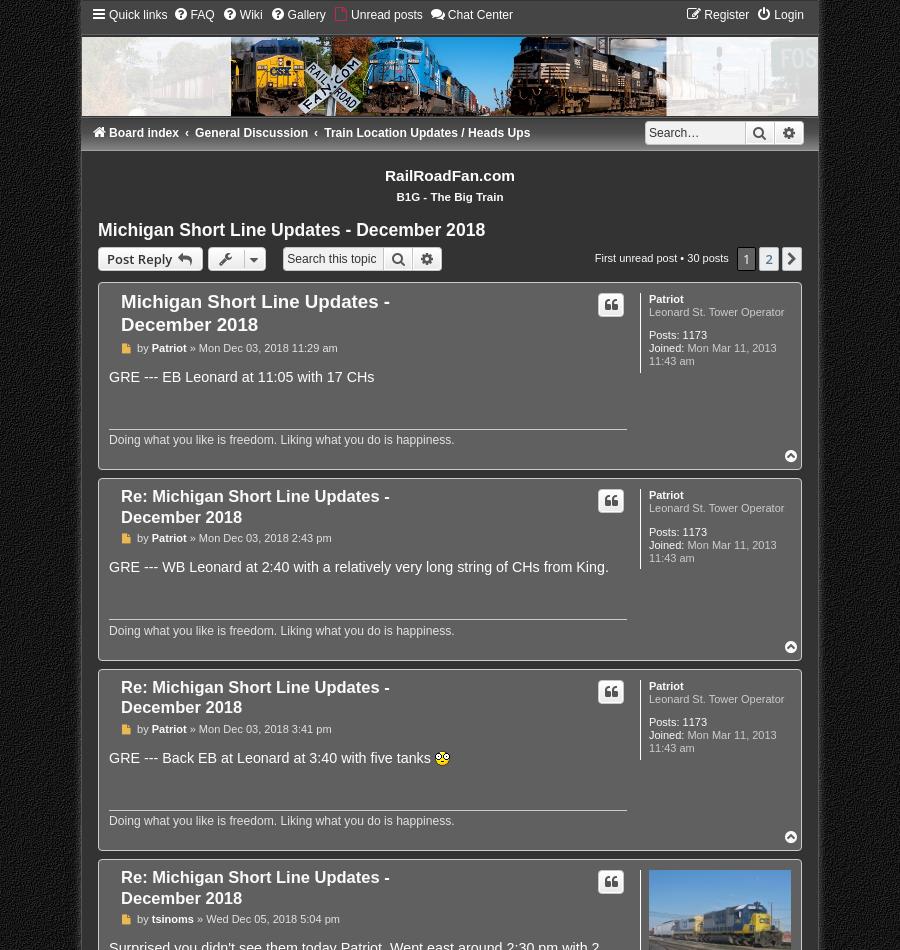  Describe the element at coordinates (384, 175) in the screenshot. I see `'RailRoadFan.com'` at that location.